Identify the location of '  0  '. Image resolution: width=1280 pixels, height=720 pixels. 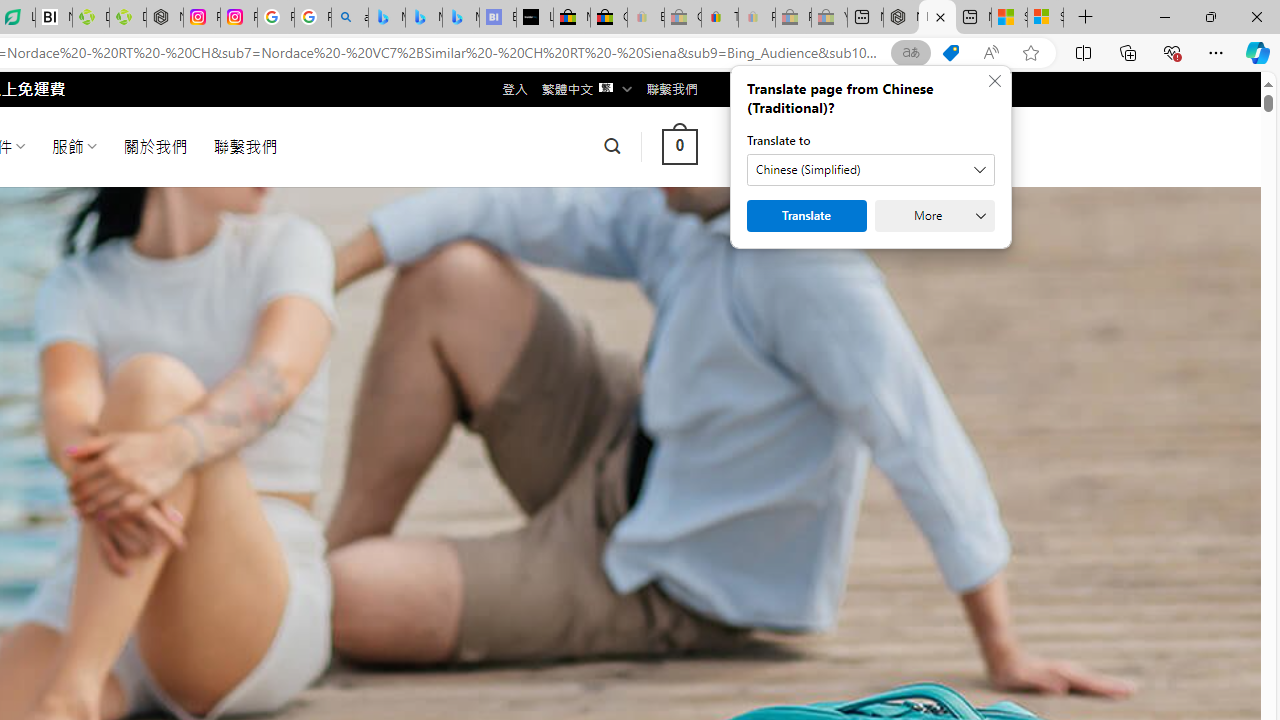
(679, 145).